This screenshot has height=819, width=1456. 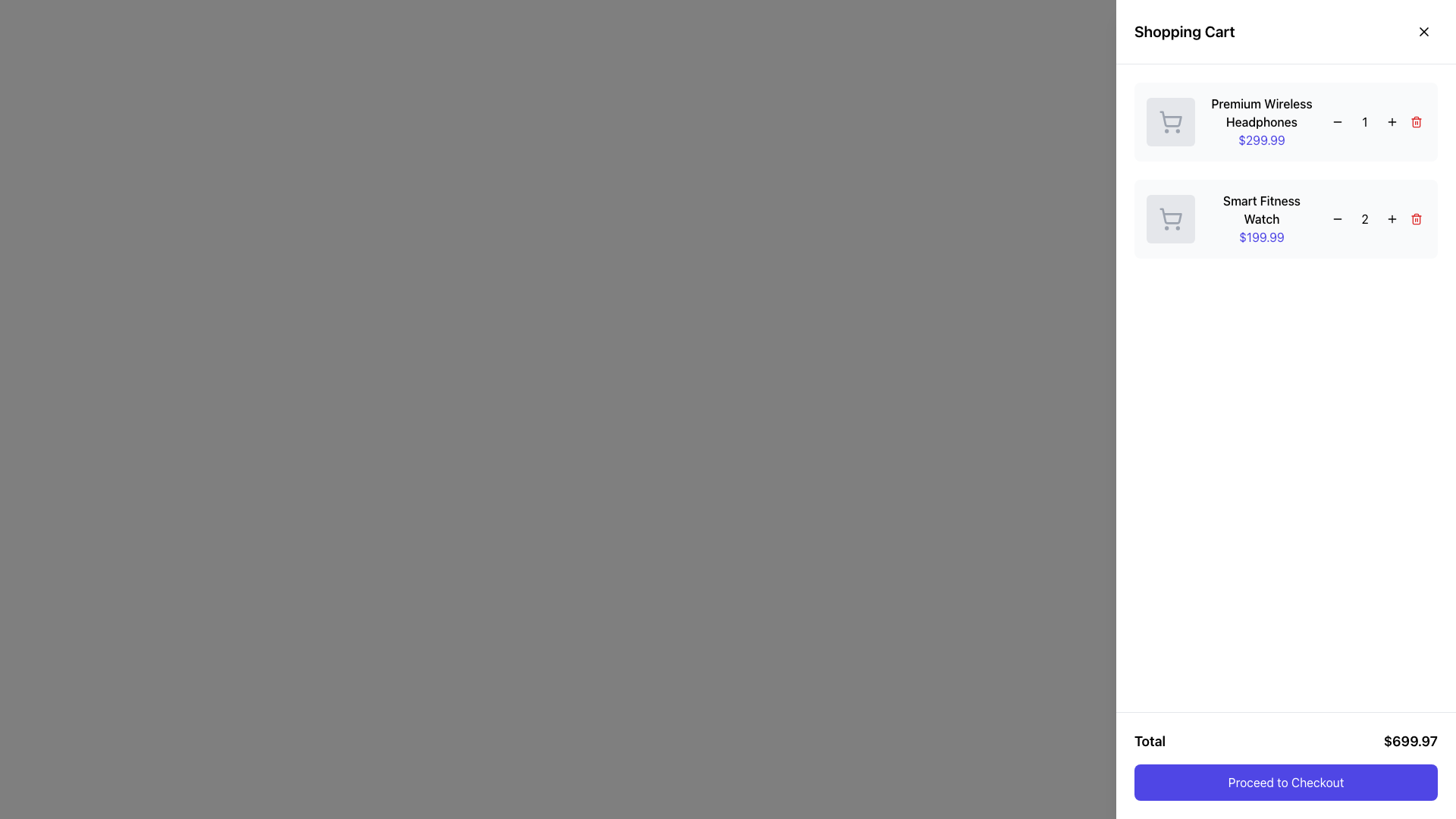 I want to click on the numeric display showing the number '2' in bold, which is centered within the numeric adjustment component for the 'Smart Fitness Watch' in the shopping cart, so click(x=1376, y=219).